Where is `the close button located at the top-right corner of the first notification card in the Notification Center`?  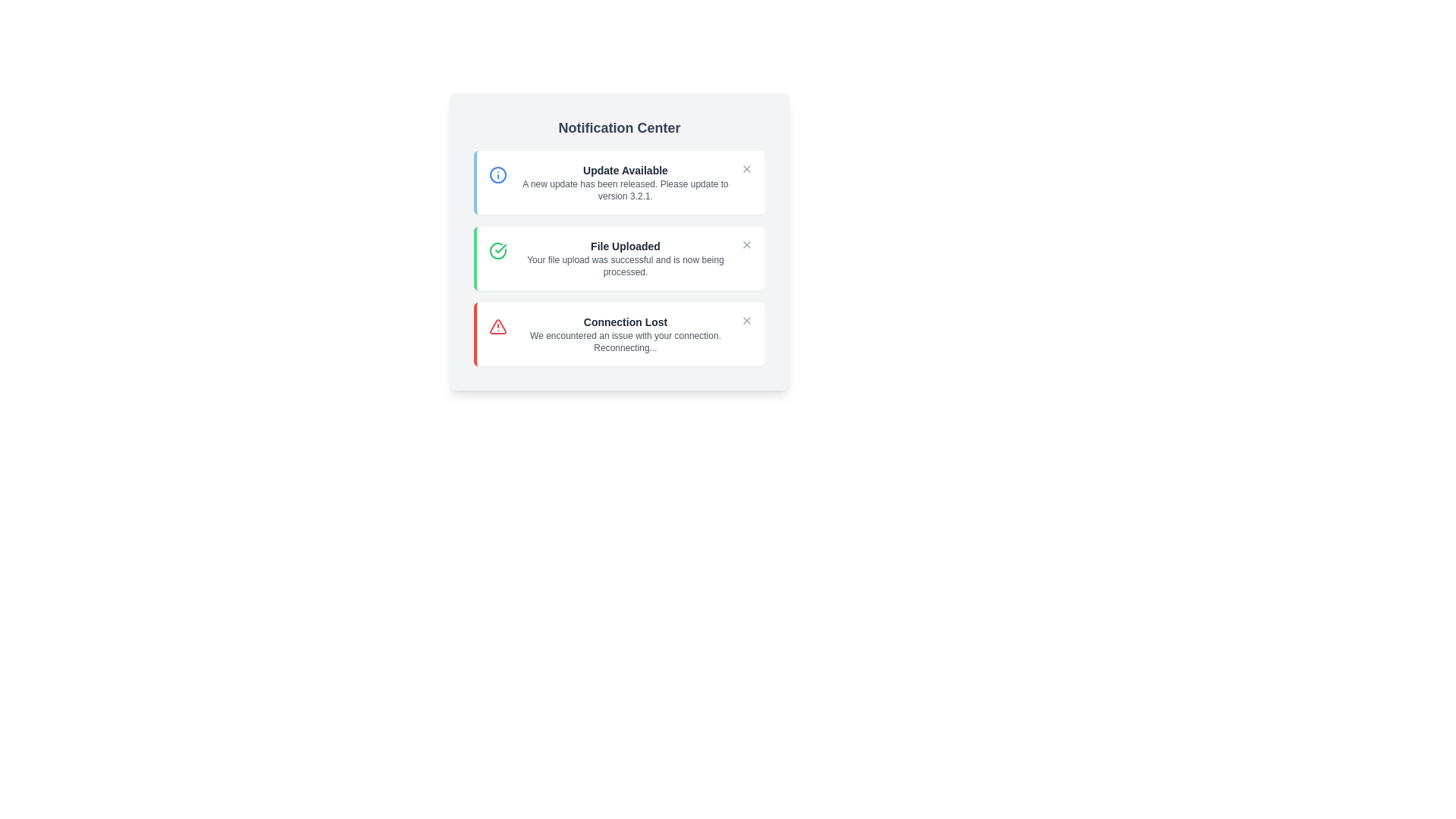
the close button located at the top-right corner of the first notification card in the Notification Center is located at coordinates (746, 169).